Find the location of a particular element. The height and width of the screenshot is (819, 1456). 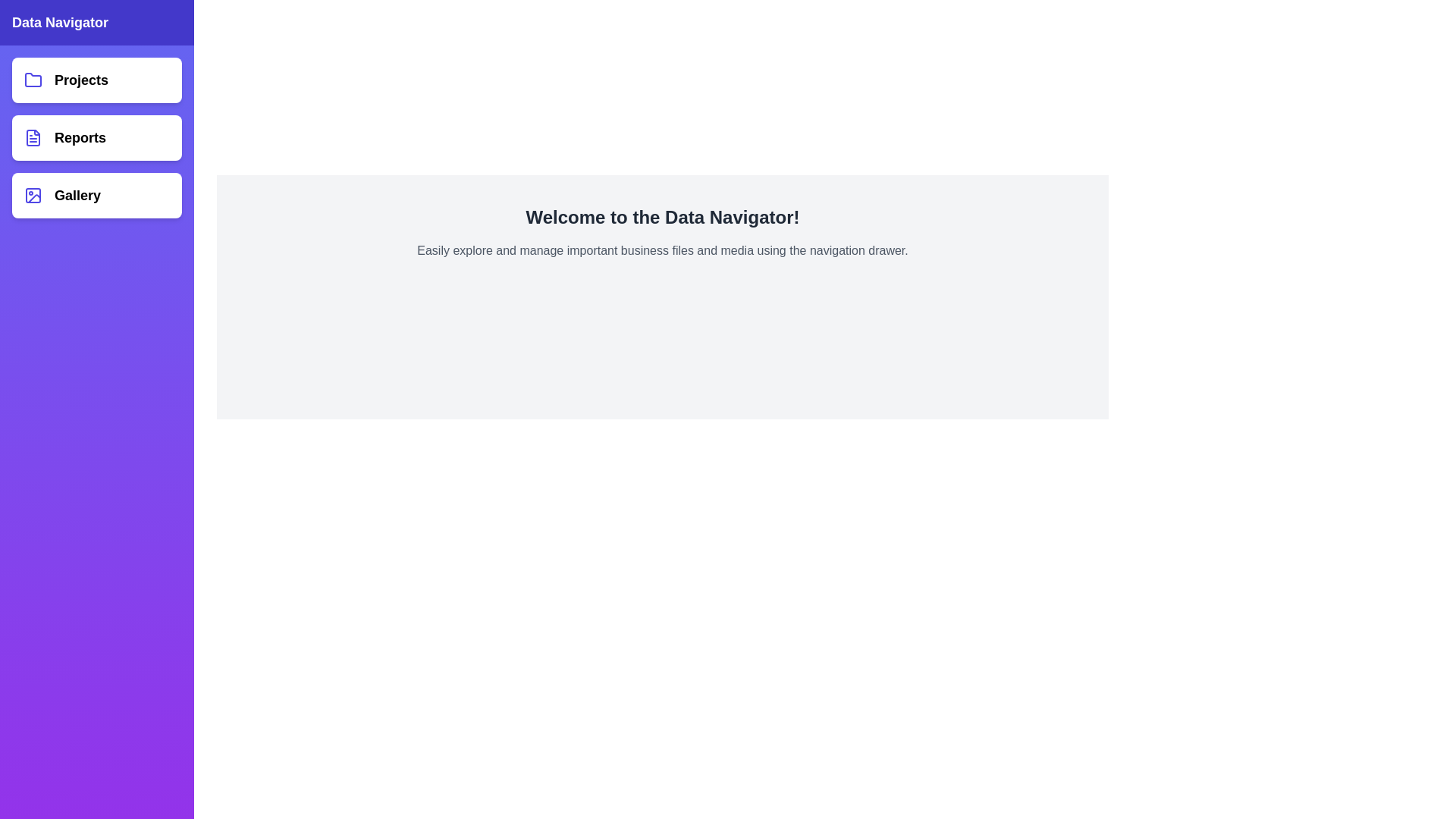

the navigation drawer item Gallery is located at coordinates (96, 195).